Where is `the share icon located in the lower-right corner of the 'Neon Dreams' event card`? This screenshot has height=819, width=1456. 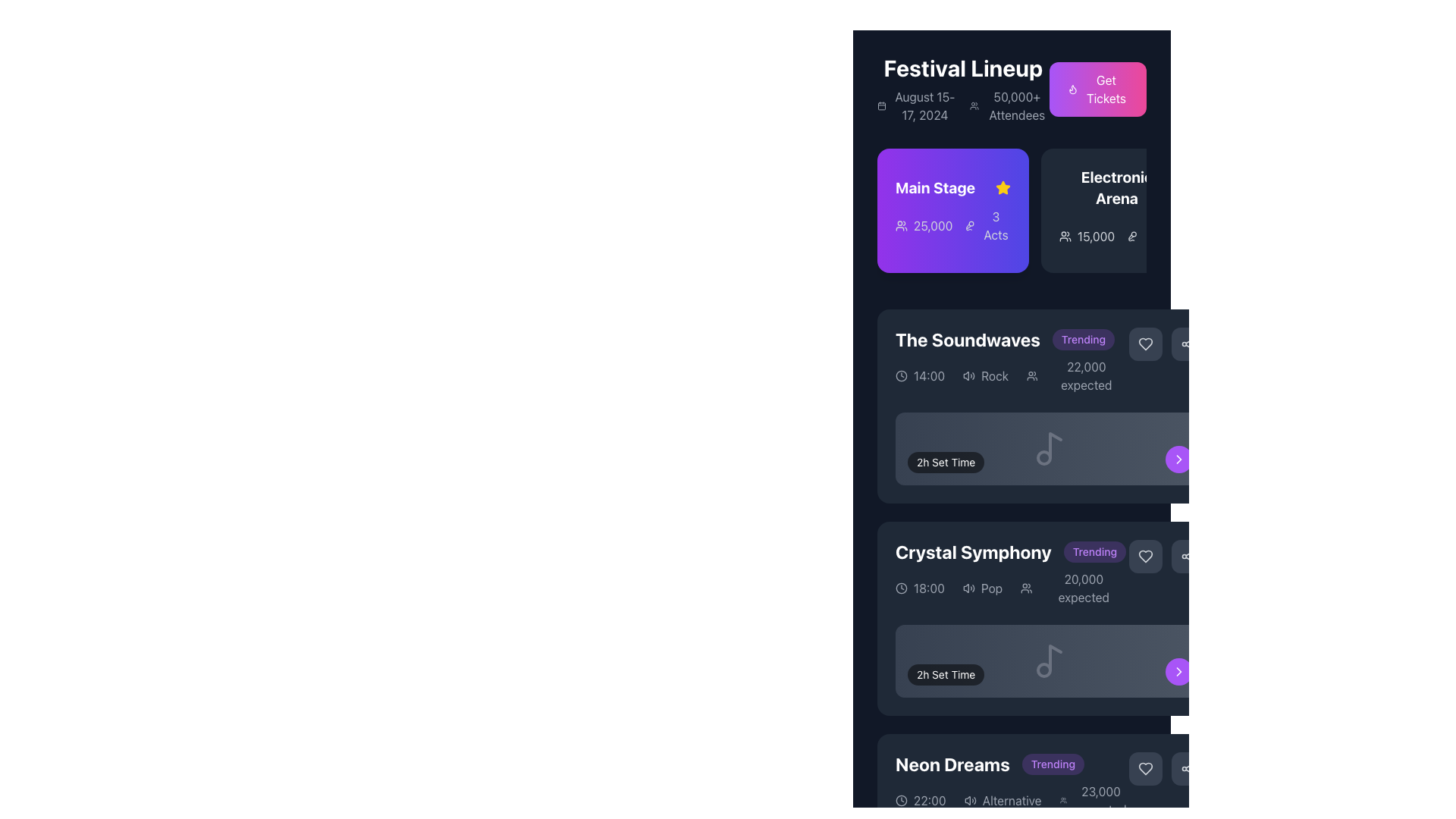
the share icon located in the lower-right corner of the 'Neon Dreams' event card is located at coordinates (1187, 769).